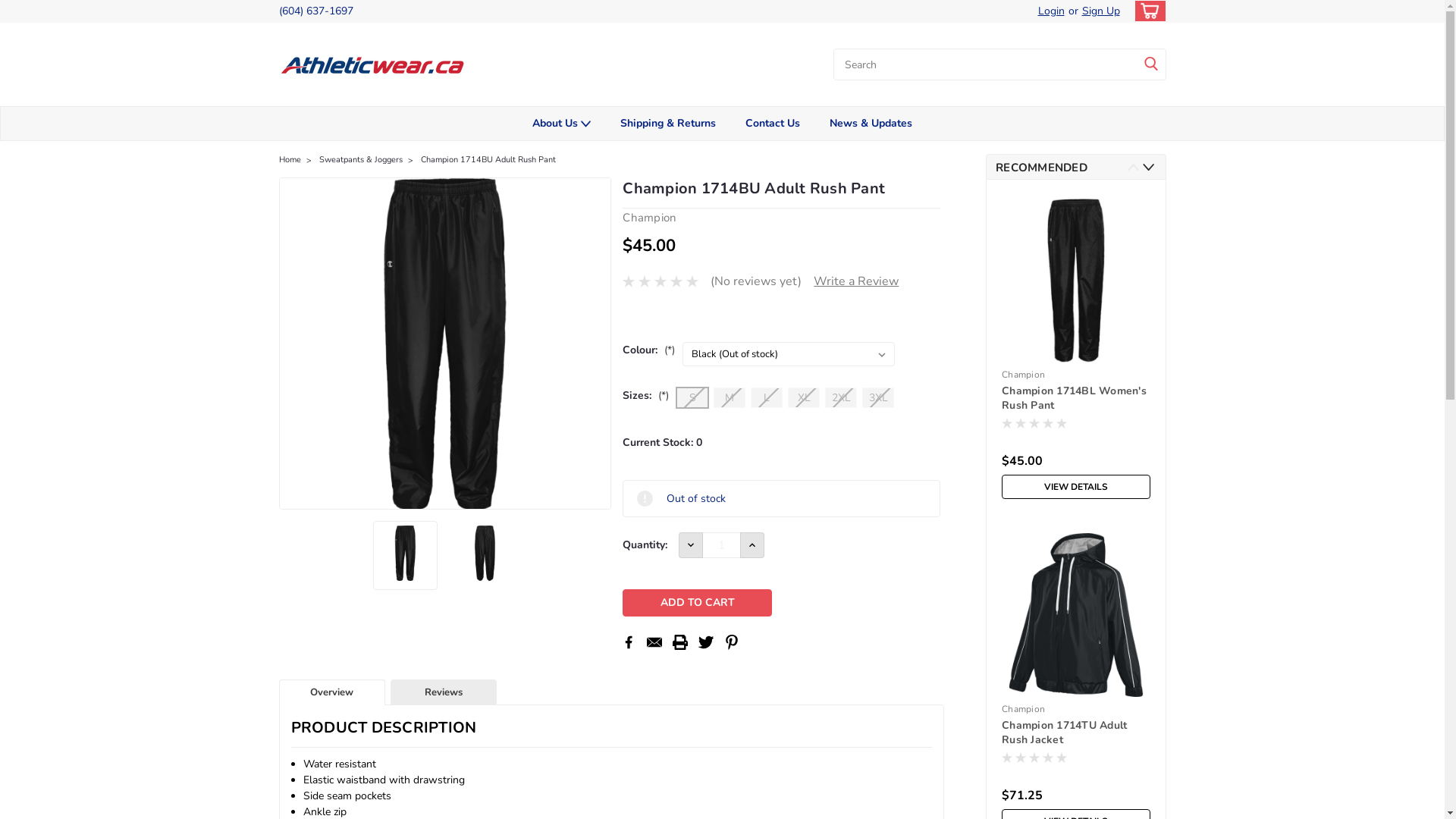 This screenshot has width=1456, height=819. Describe the element at coordinates (705, 642) in the screenshot. I see `'Twitter'` at that location.